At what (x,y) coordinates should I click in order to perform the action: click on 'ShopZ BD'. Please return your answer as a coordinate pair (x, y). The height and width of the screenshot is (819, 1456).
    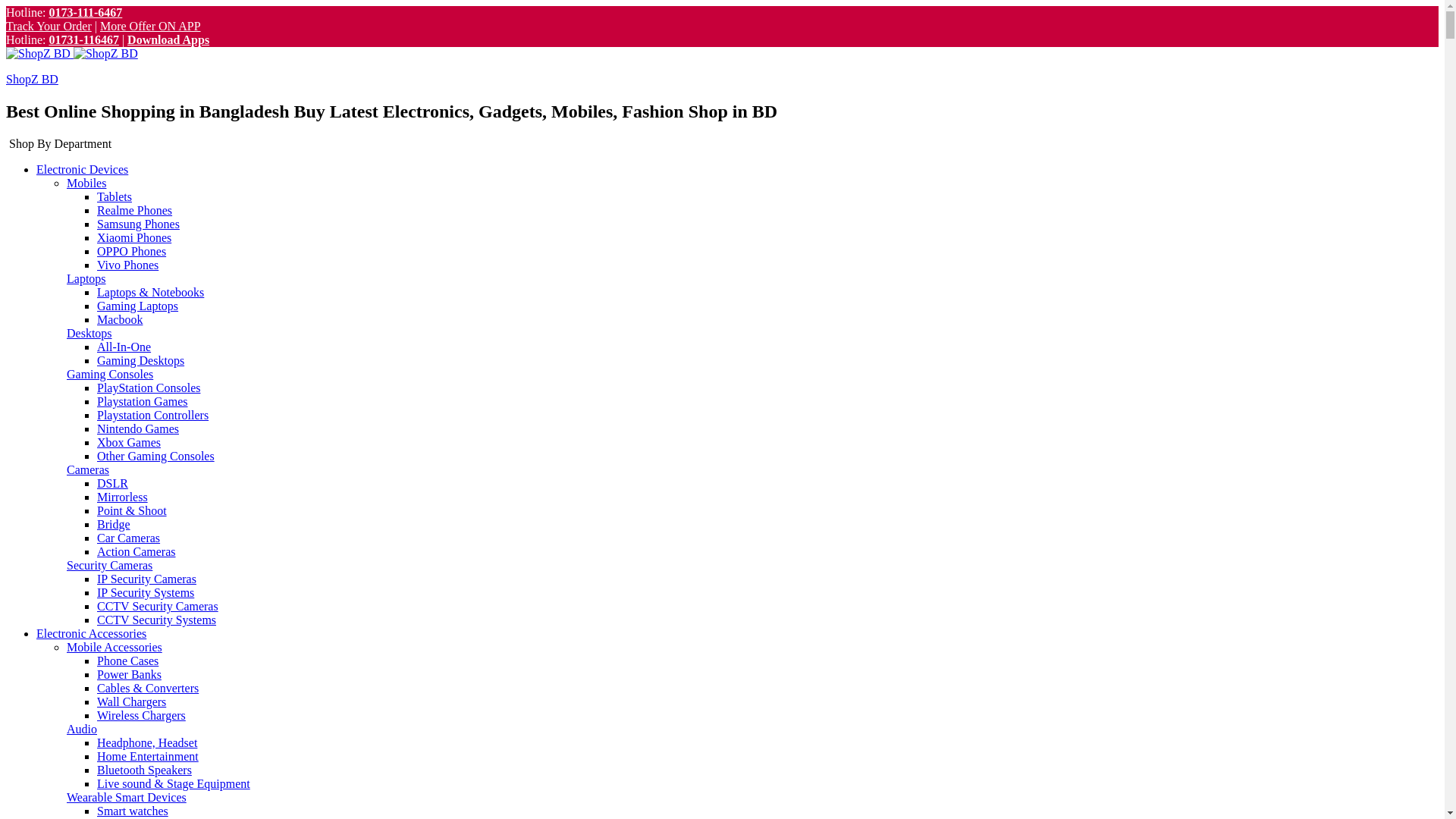
    Looking at the image, I should click on (32, 79).